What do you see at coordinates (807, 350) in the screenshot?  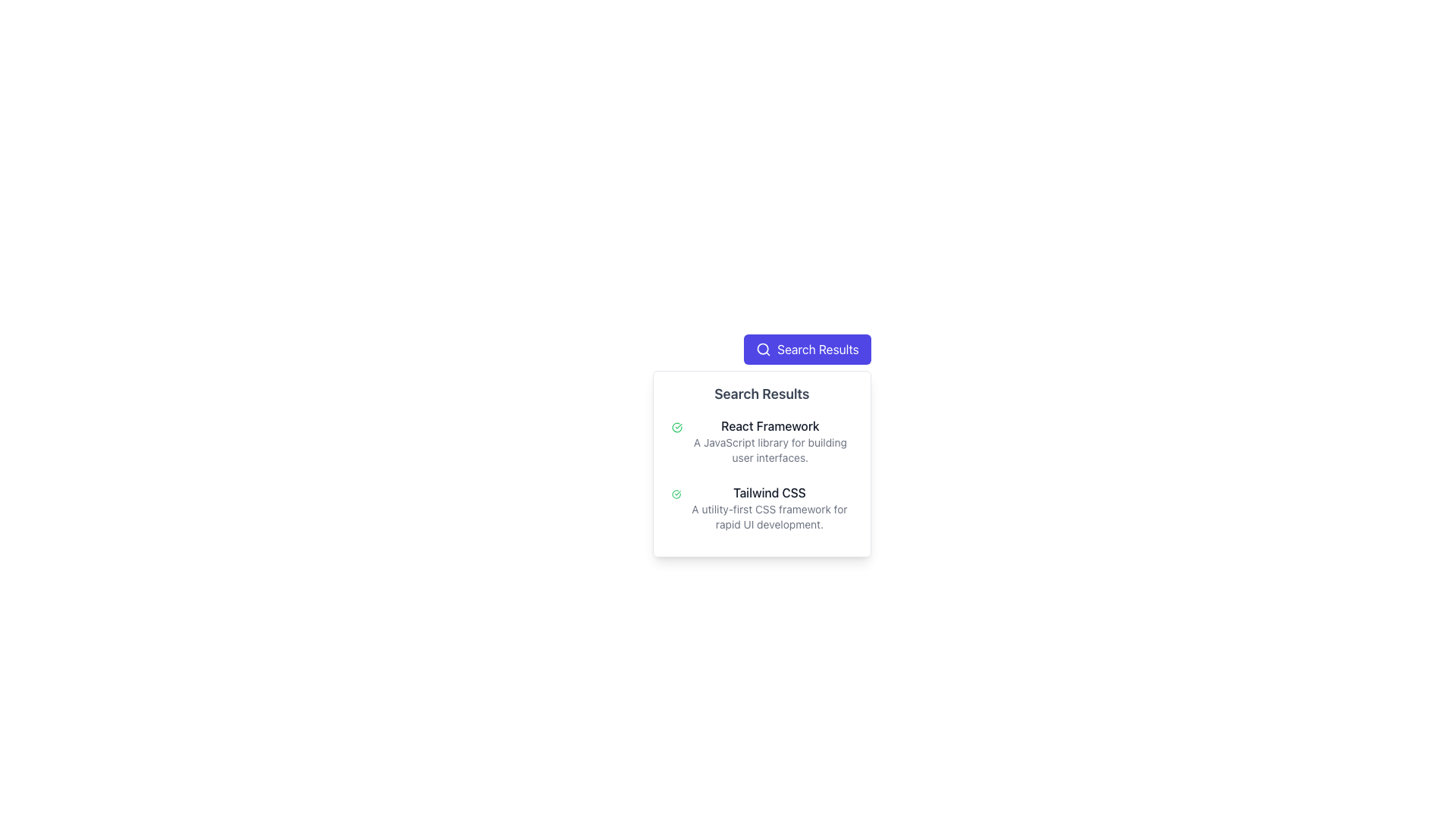 I see `the 'Search Results' button with a purple background and white text for keyboard interaction` at bounding box center [807, 350].